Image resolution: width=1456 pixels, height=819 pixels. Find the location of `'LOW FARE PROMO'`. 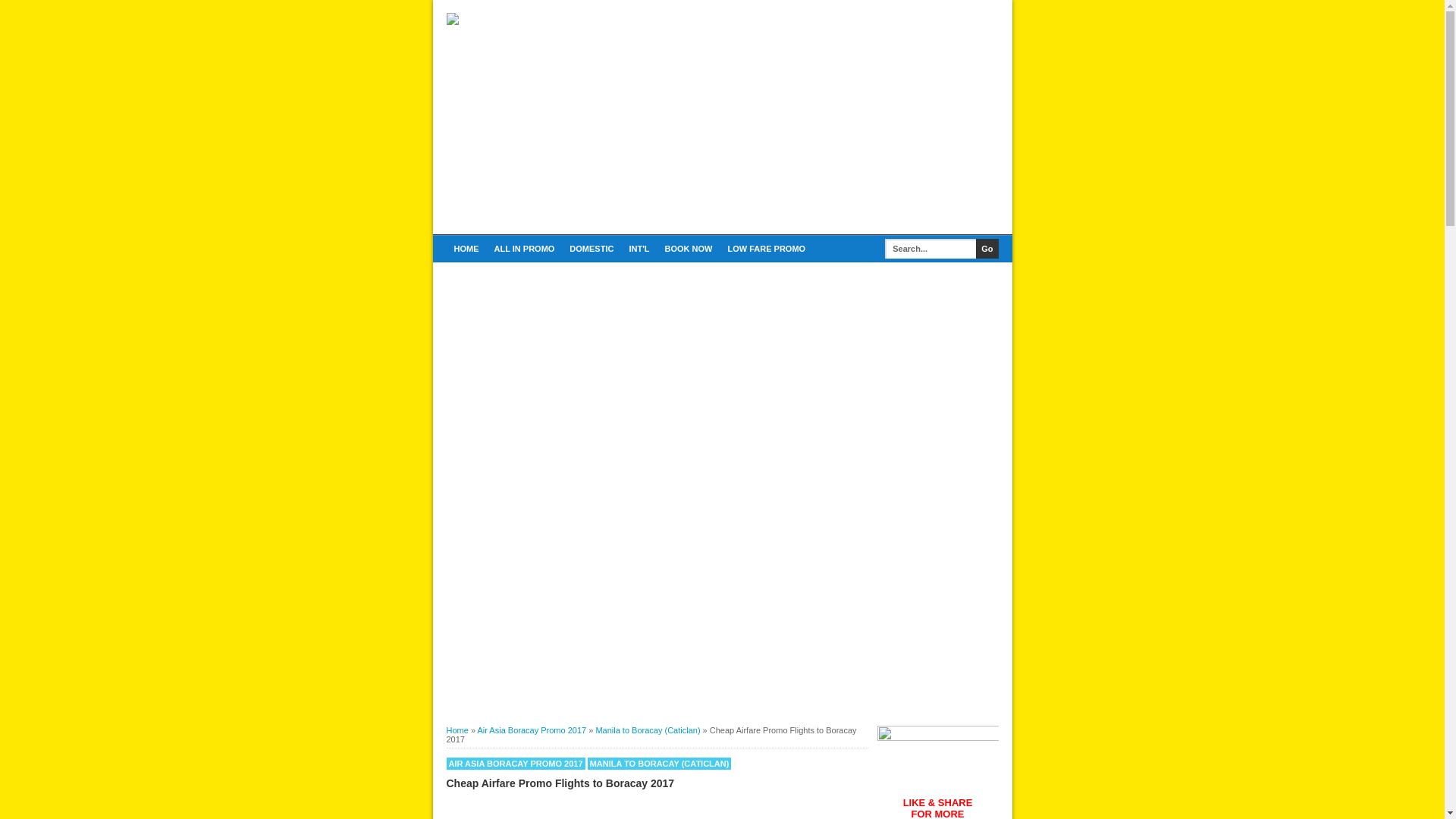

'LOW FARE PROMO' is located at coordinates (766, 247).